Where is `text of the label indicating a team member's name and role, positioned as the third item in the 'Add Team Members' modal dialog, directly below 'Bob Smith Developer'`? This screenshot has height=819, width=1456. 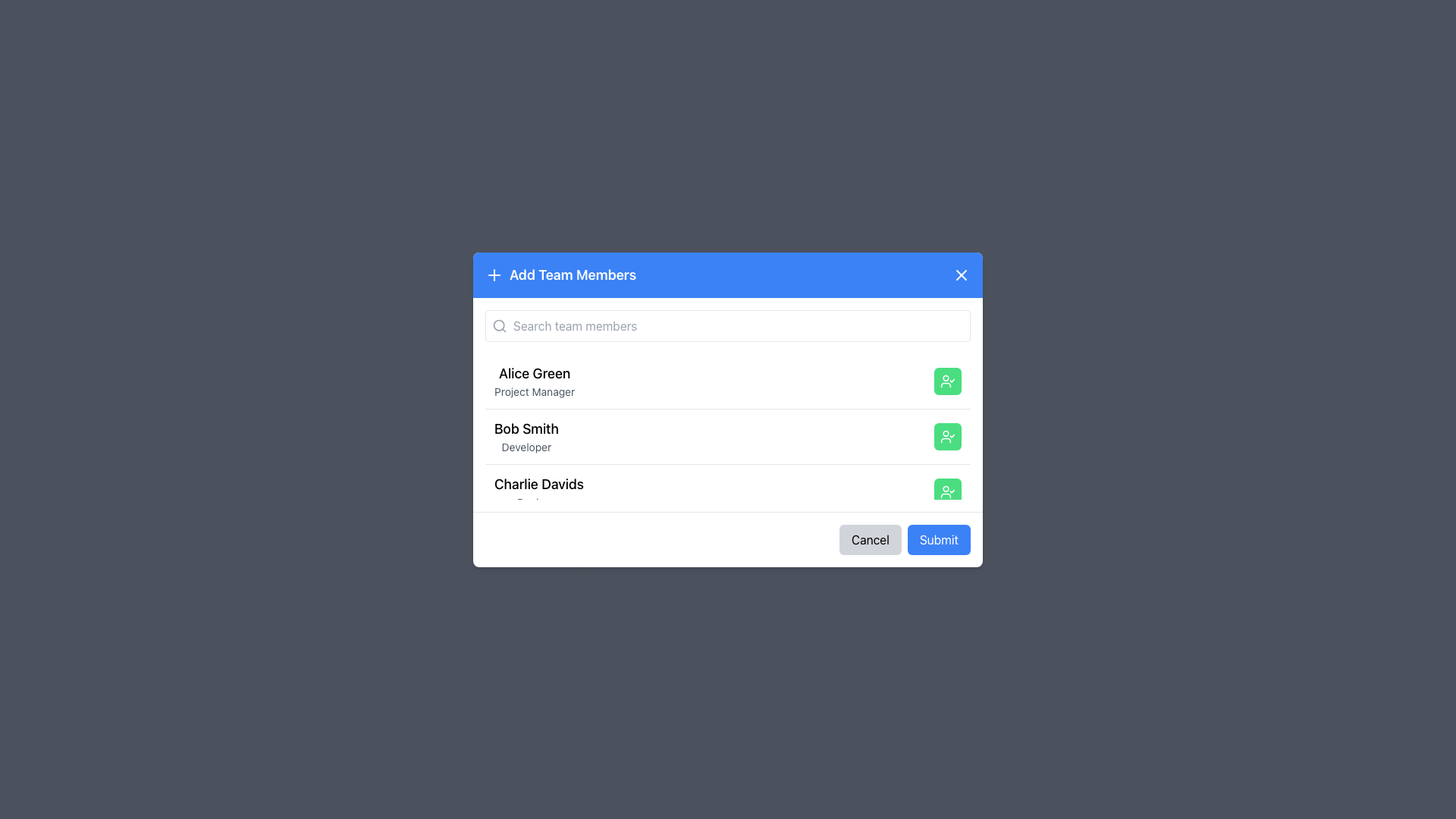 text of the label indicating a team member's name and role, positioned as the third item in the 'Add Team Members' modal dialog, directly below 'Bob Smith Developer' is located at coordinates (538, 491).